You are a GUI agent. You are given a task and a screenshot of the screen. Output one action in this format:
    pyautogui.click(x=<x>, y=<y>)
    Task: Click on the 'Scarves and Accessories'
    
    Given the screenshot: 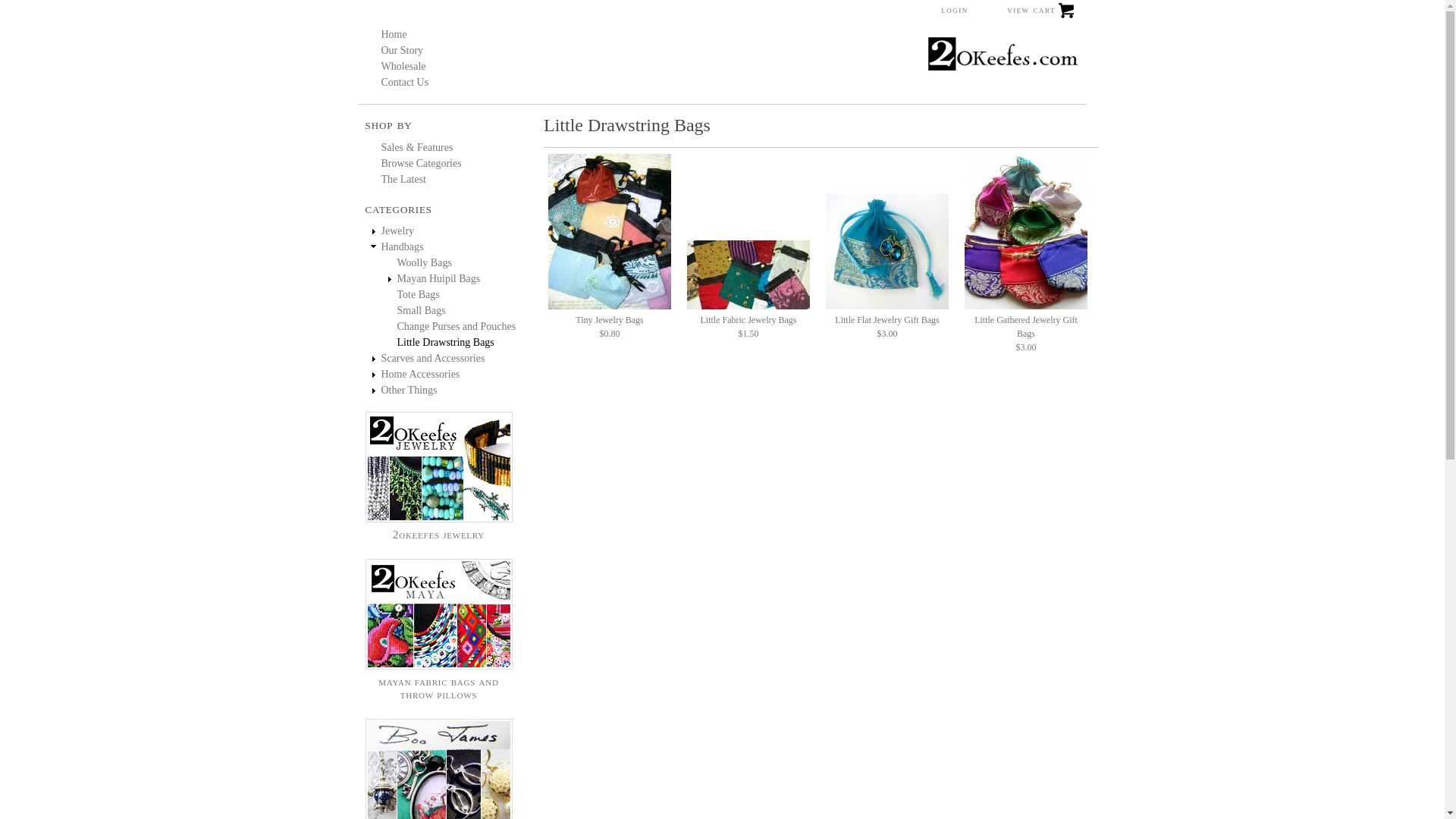 What is the action you would take?
    pyautogui.click(x=431, y=358)
    